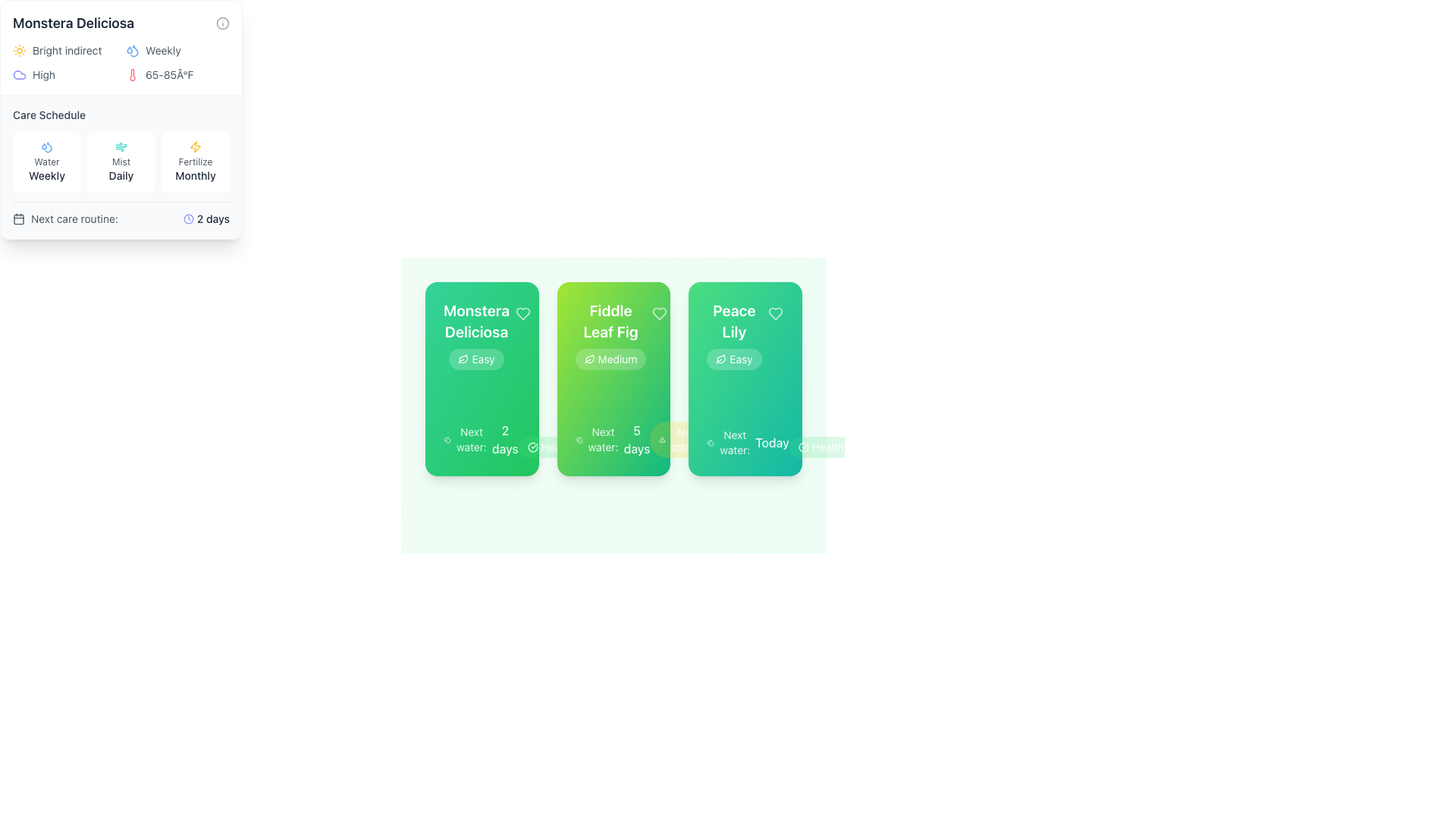 This screenshot has width=1456, height=819. What do you see at coordinates (775, 312) in the screenshot?
I see `the heart-shaped icon in the top-right corner of the 'Peace Lily' card` at bounding box center [775, 312].